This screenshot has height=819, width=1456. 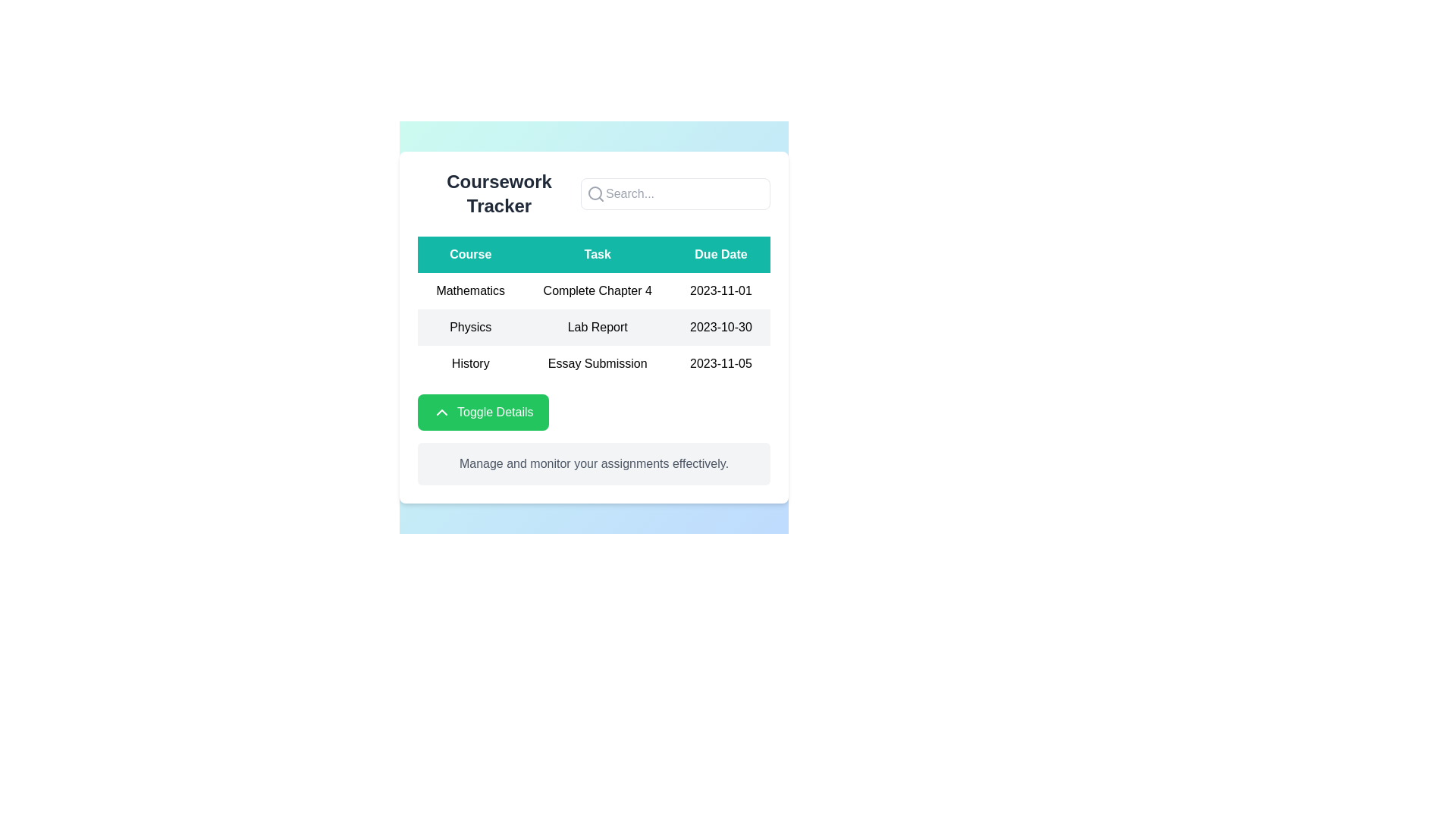 I want to click on text displayed in the first column of the first row in the 'Coursework Tracker' section, which is the title or name of a course, so click(x=469, y=291).